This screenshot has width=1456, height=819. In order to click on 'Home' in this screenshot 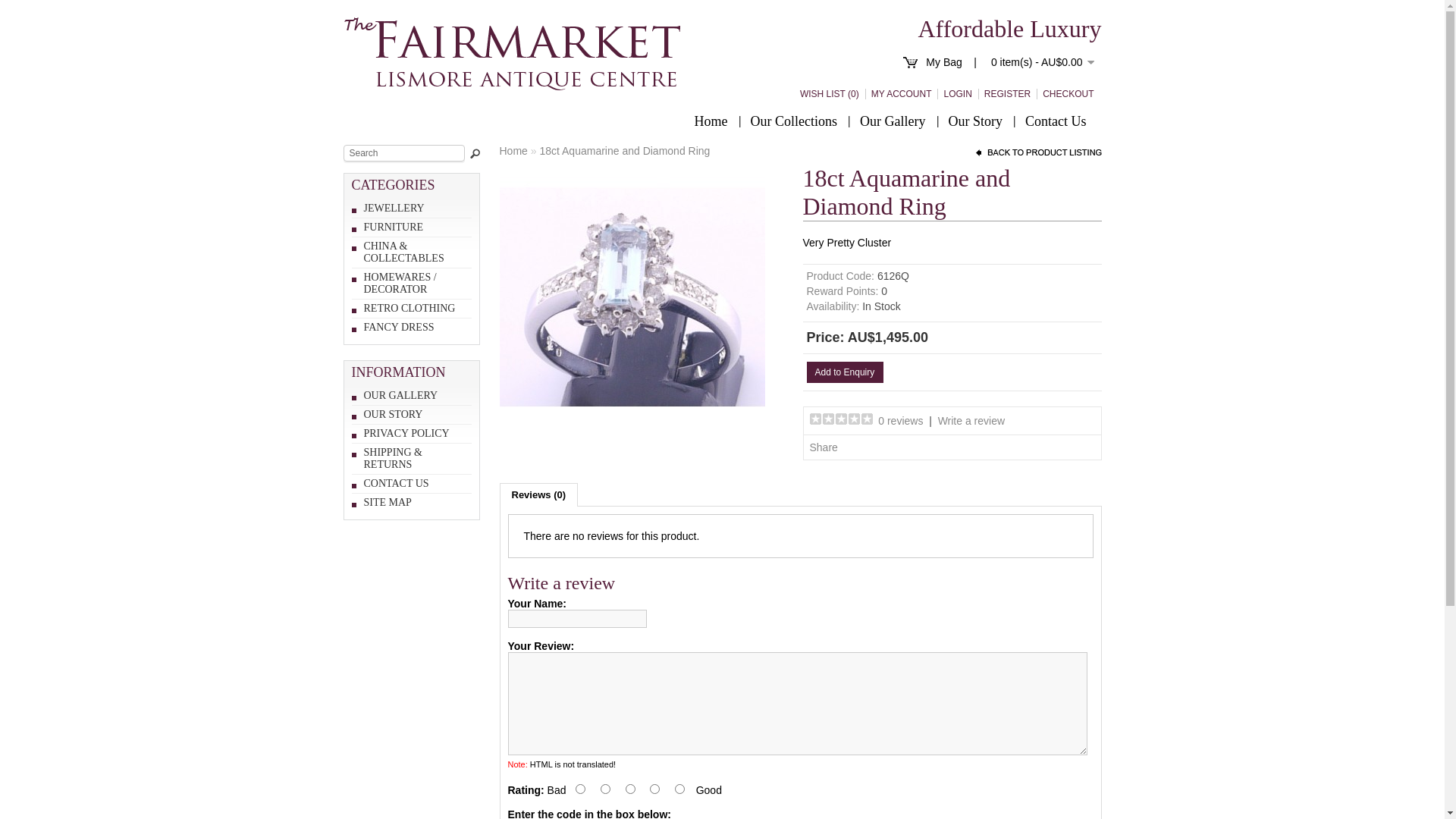, I will do `click(513, 151)`.